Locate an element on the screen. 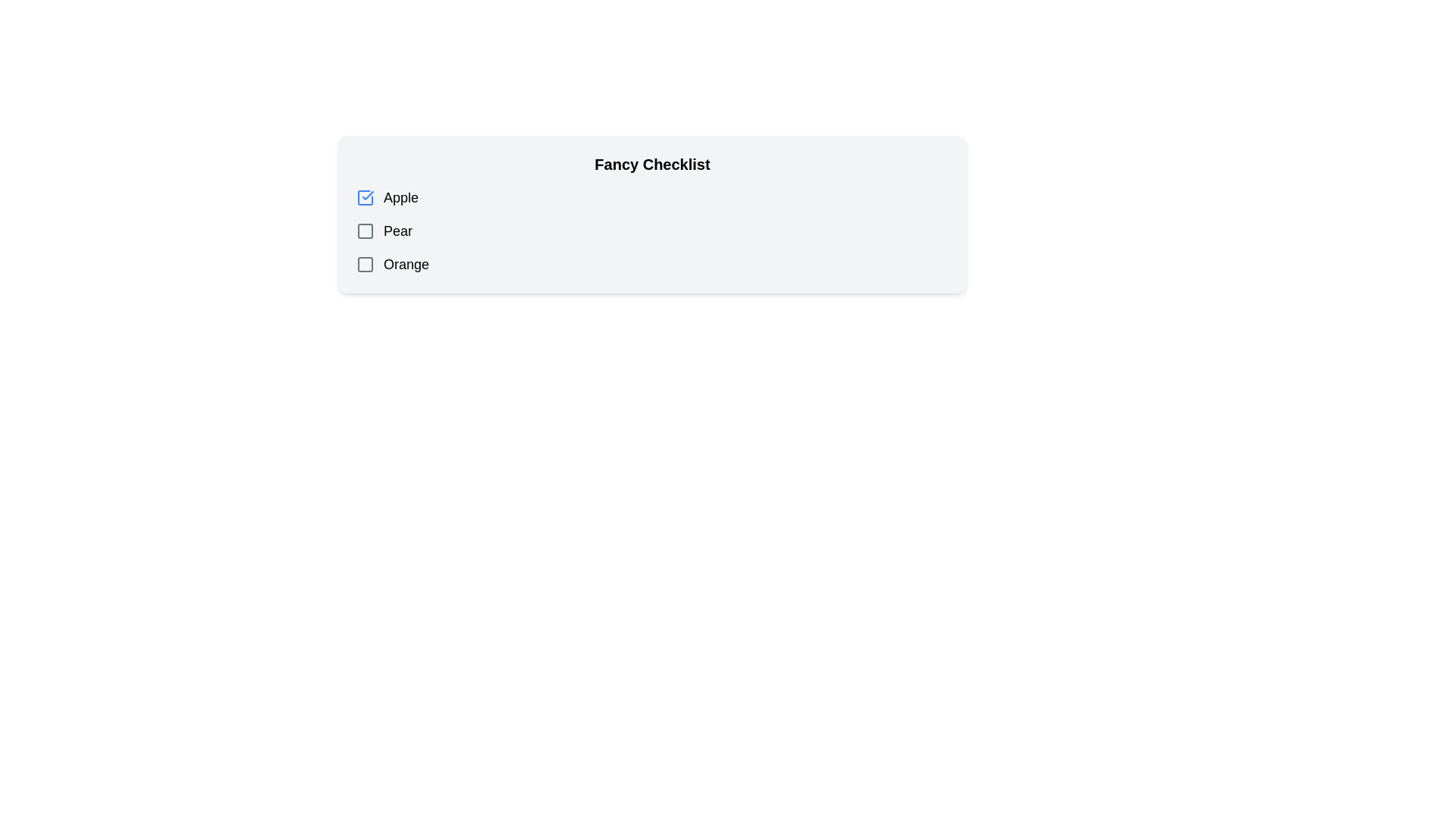 Image resolution: width=1456 pixels, height=819 pixels. the static text label 'Orange' which is the third entry in the list of checkbox options, displaying the text in bold black font is located at coordinates (406, 263).